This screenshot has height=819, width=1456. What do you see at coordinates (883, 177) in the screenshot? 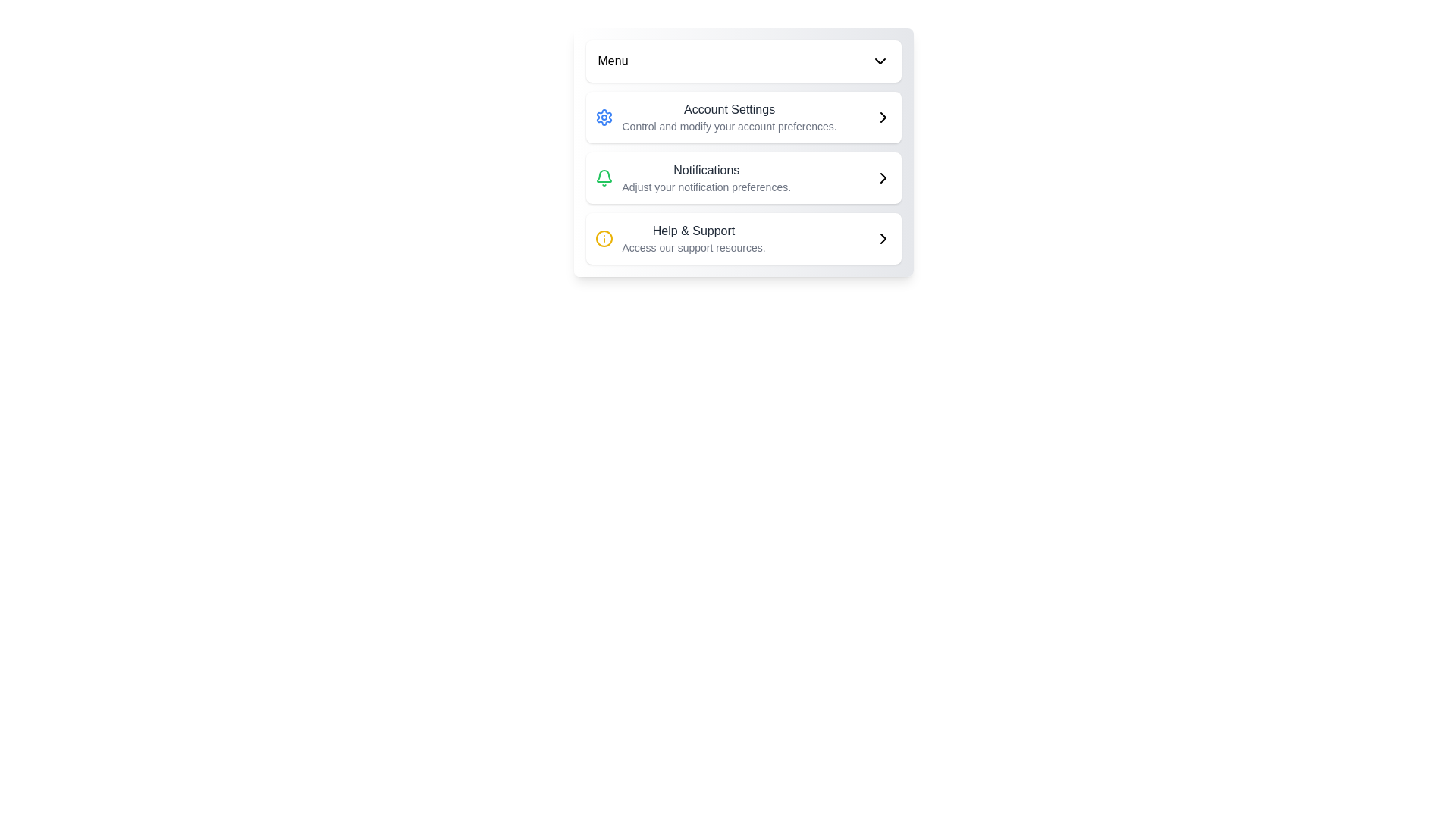
I see `the rightmost icon in the 'Notifications' row of the menu that indicates it can be expanded for more details regarding notification settings` at bounding box center [883, 177].